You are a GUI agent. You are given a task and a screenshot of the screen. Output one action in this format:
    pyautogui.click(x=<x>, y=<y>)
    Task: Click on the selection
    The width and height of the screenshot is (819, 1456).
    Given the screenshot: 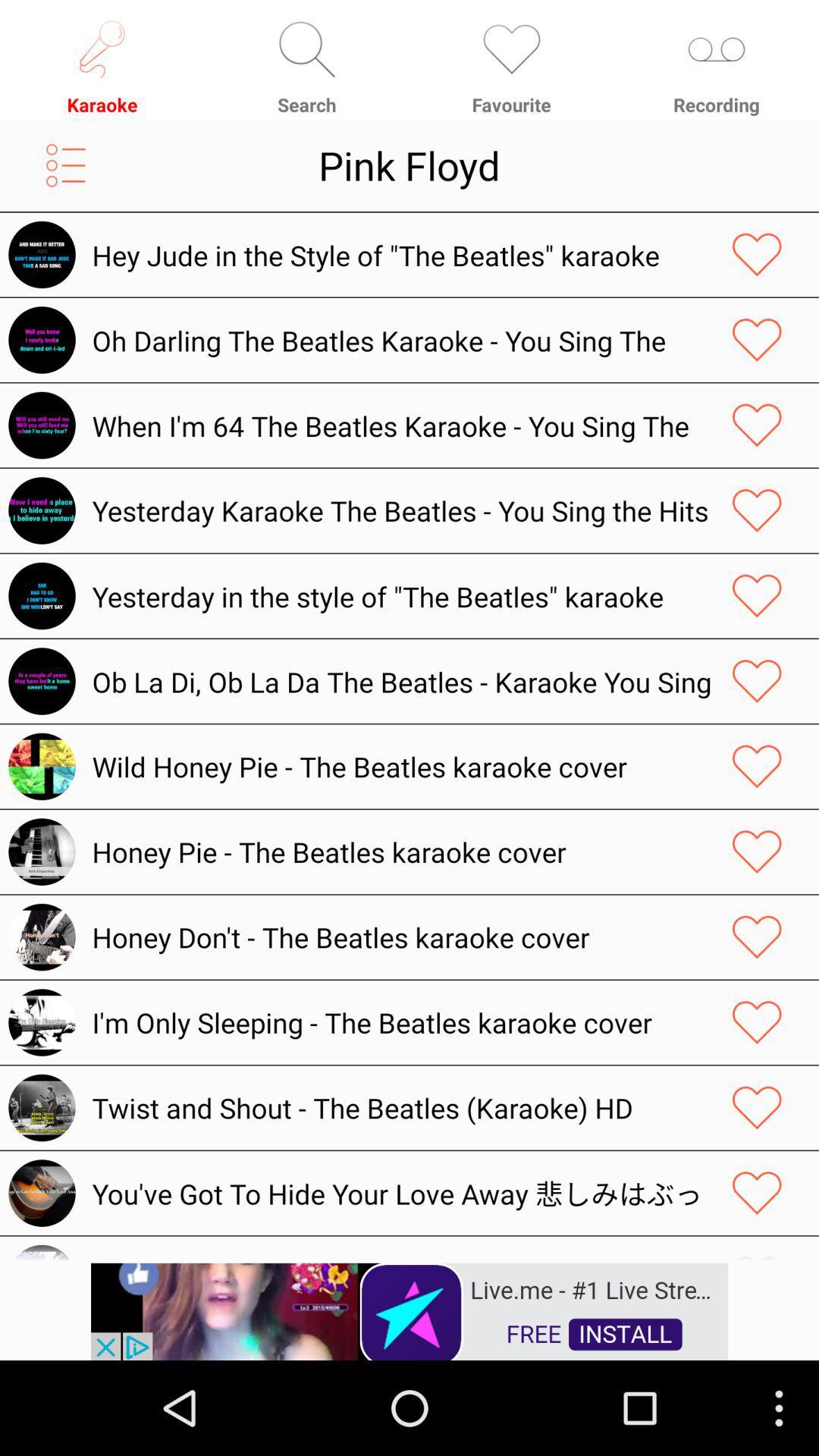 What is the action you would take?
    pyautogui.click(x=757, y=425)
    